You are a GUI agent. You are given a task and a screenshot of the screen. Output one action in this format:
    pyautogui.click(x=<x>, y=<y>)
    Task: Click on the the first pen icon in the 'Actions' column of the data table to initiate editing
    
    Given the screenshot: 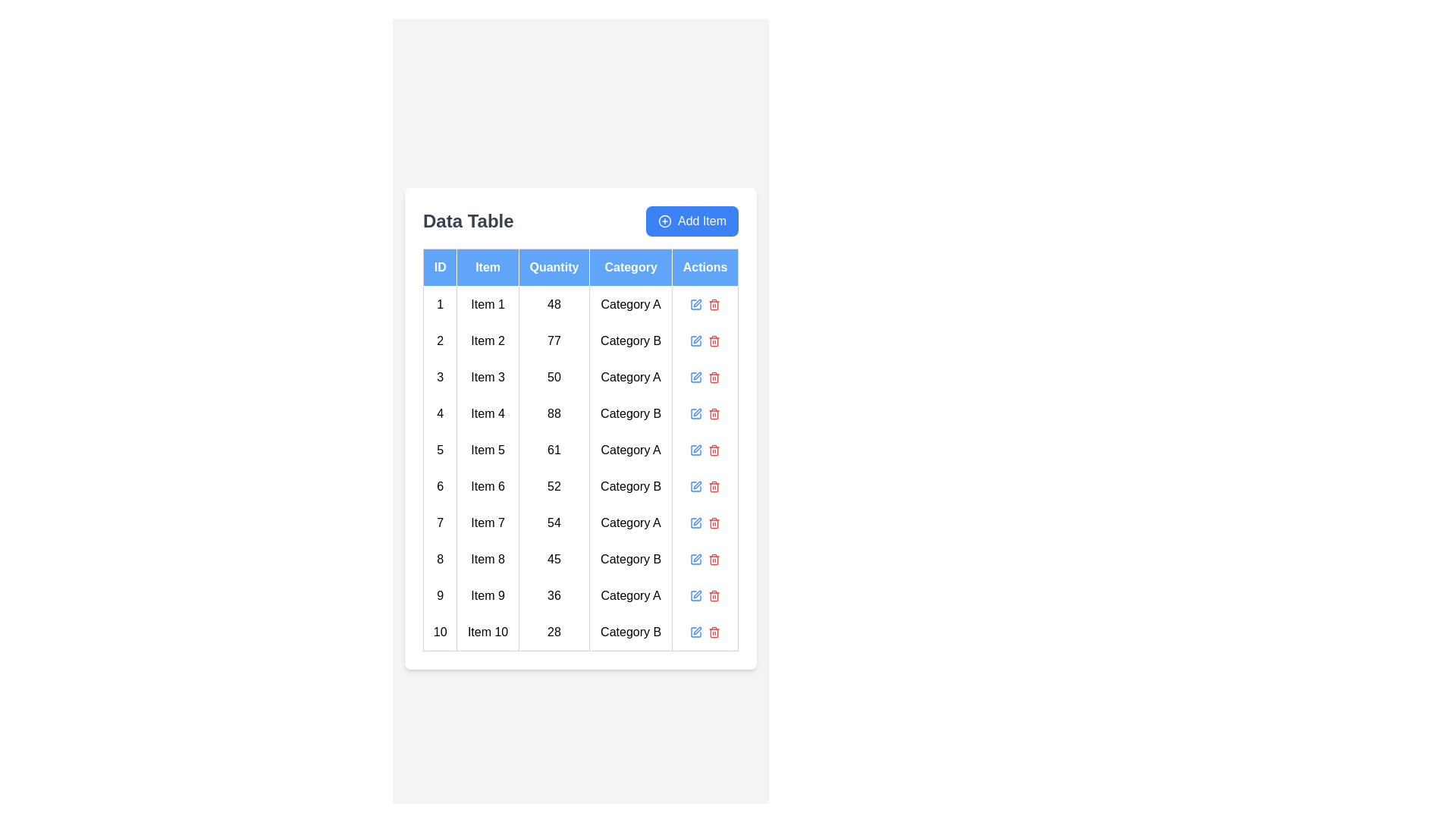 What is the action you would take?
    pyautogui.click(x=697, y=303)
    